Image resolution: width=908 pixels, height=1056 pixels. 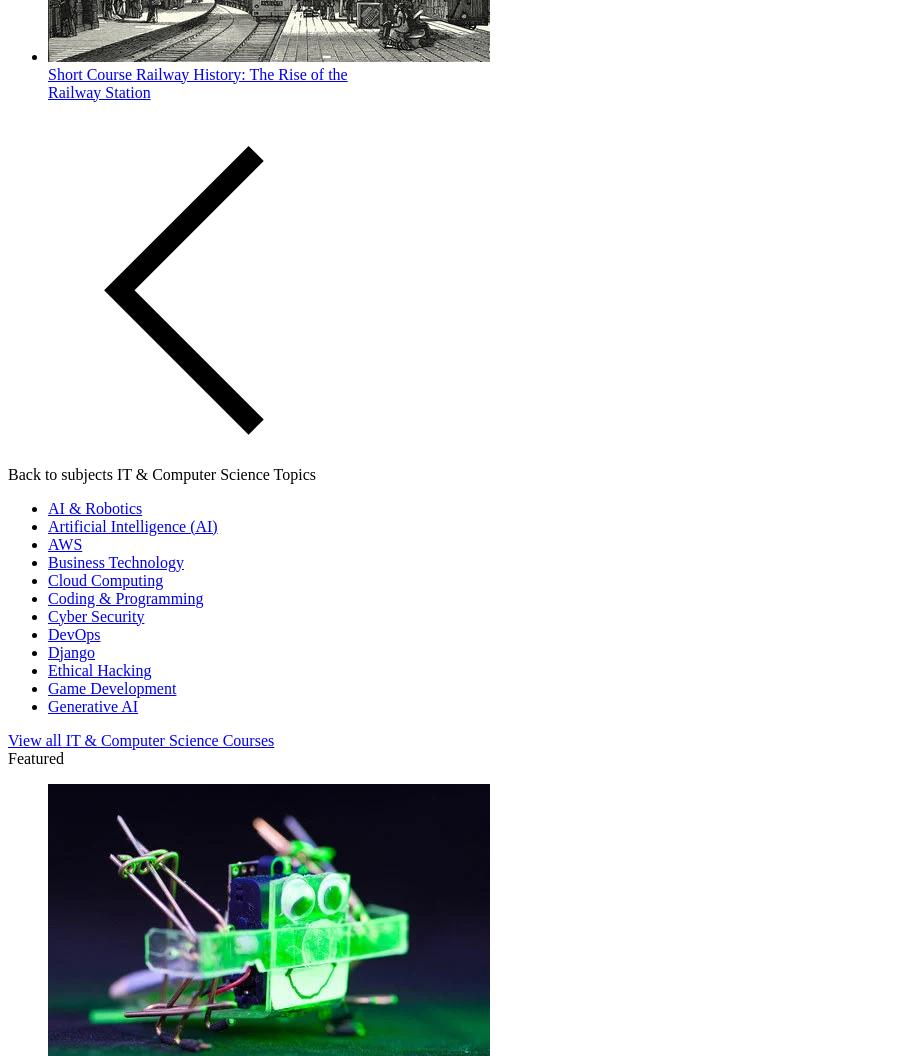 I want to click on 'Business Technology', so click(x=48, y=561).